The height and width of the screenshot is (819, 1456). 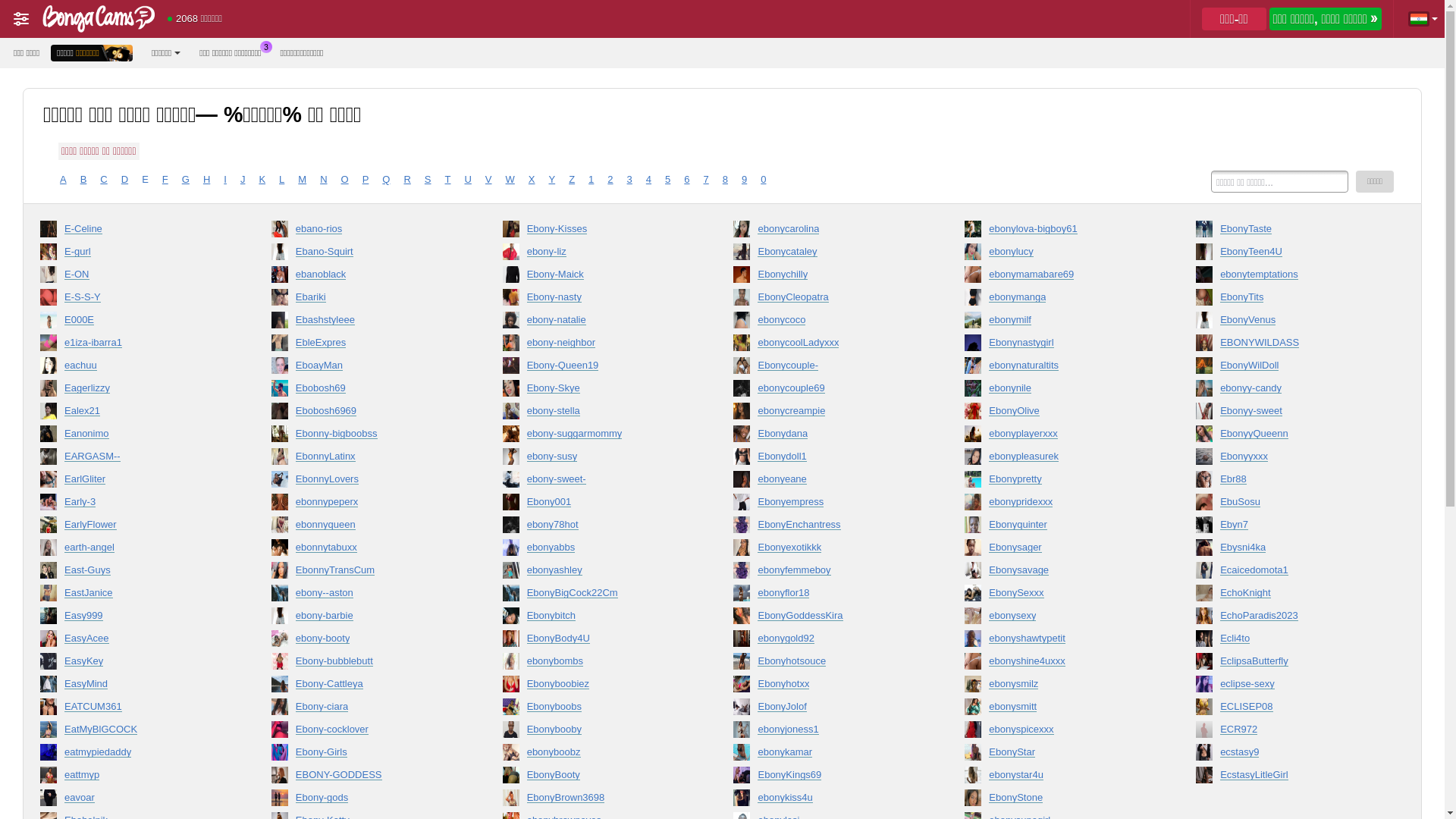 What do you see at coordinates (1058, 595) in the screenshot?
I see `'EbonySexxx'` at bounding box center [1058, 595].